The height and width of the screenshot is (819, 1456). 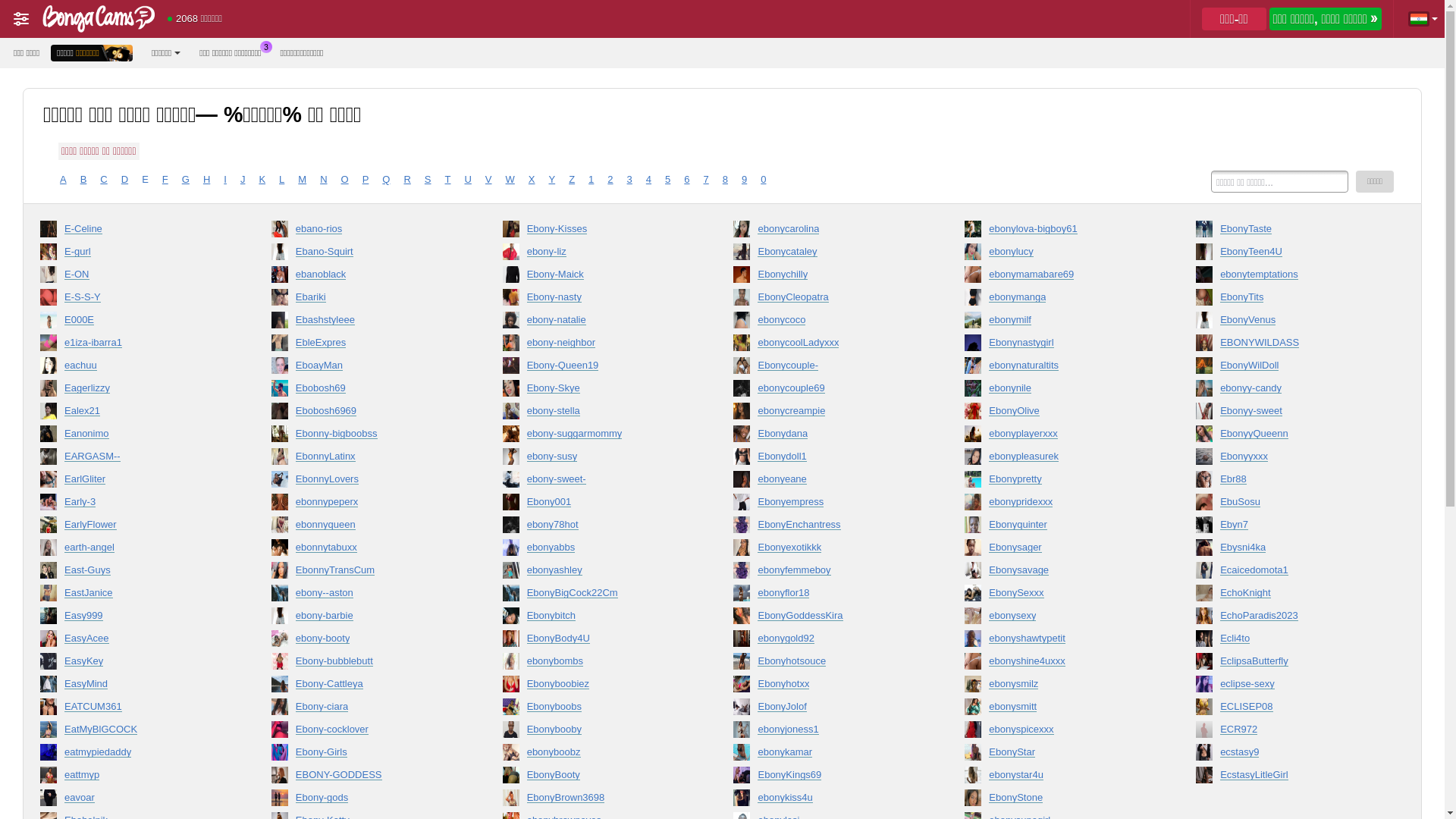 What do you see at coordinates (1058, 595) in the screenshot?
I see `'EbonySexxx'` at bounding box center [1058, 595].